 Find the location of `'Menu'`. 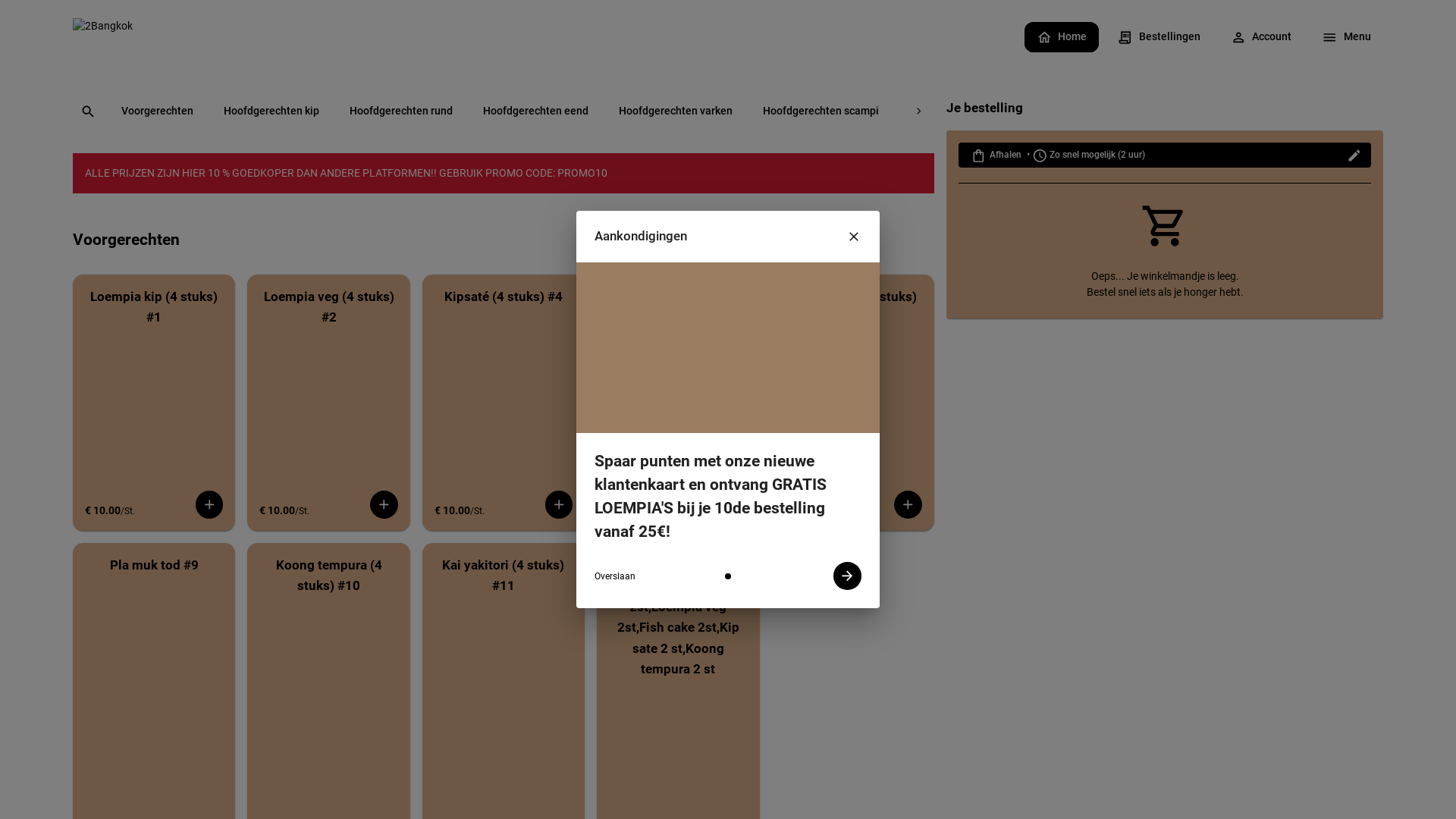

'Menu' is located at coordinates (1346, 38).